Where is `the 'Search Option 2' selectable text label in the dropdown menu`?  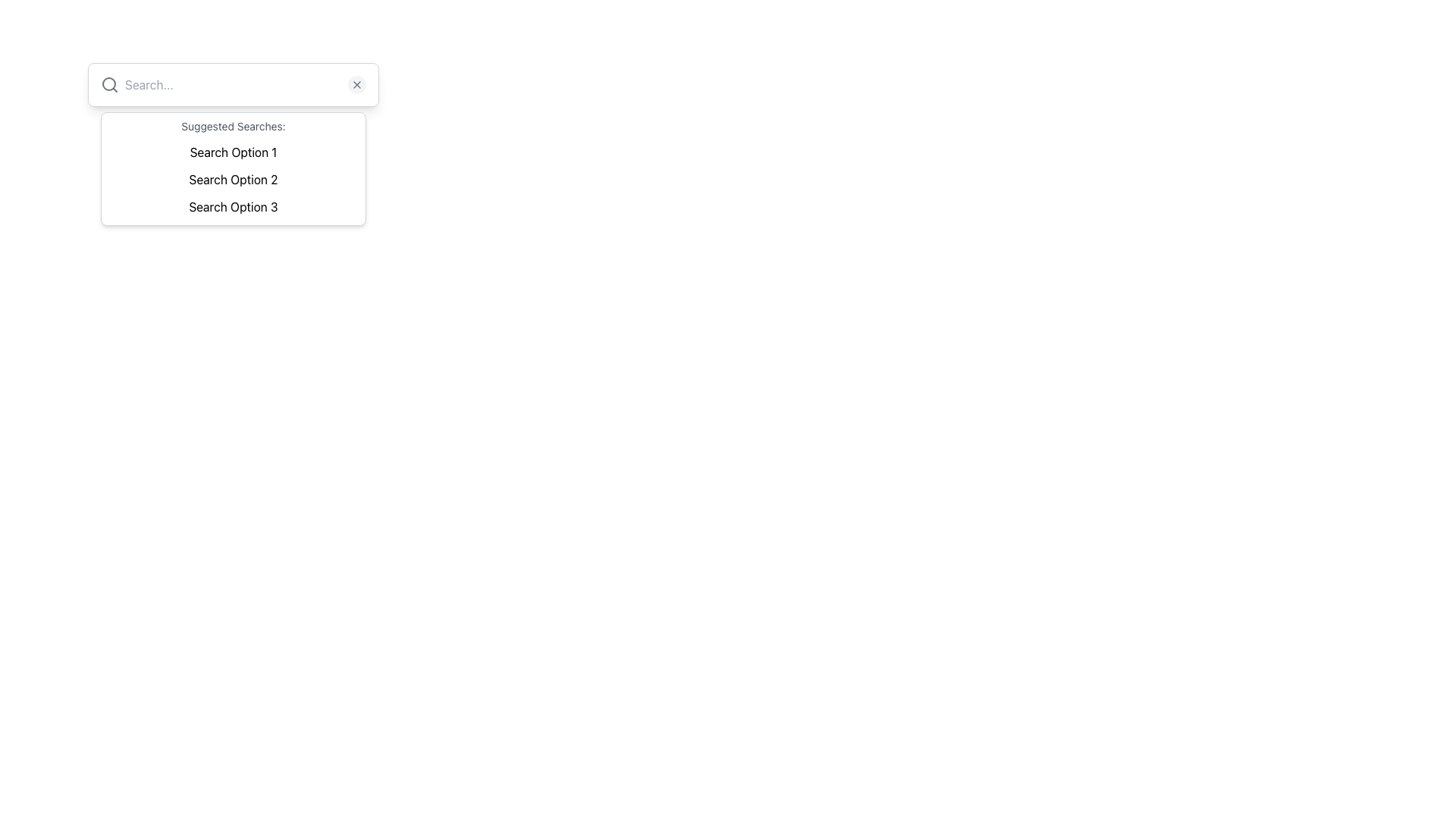
the 'Search Option 2' selectable text label in the dropdown menu is located at coordinates (232, 178).